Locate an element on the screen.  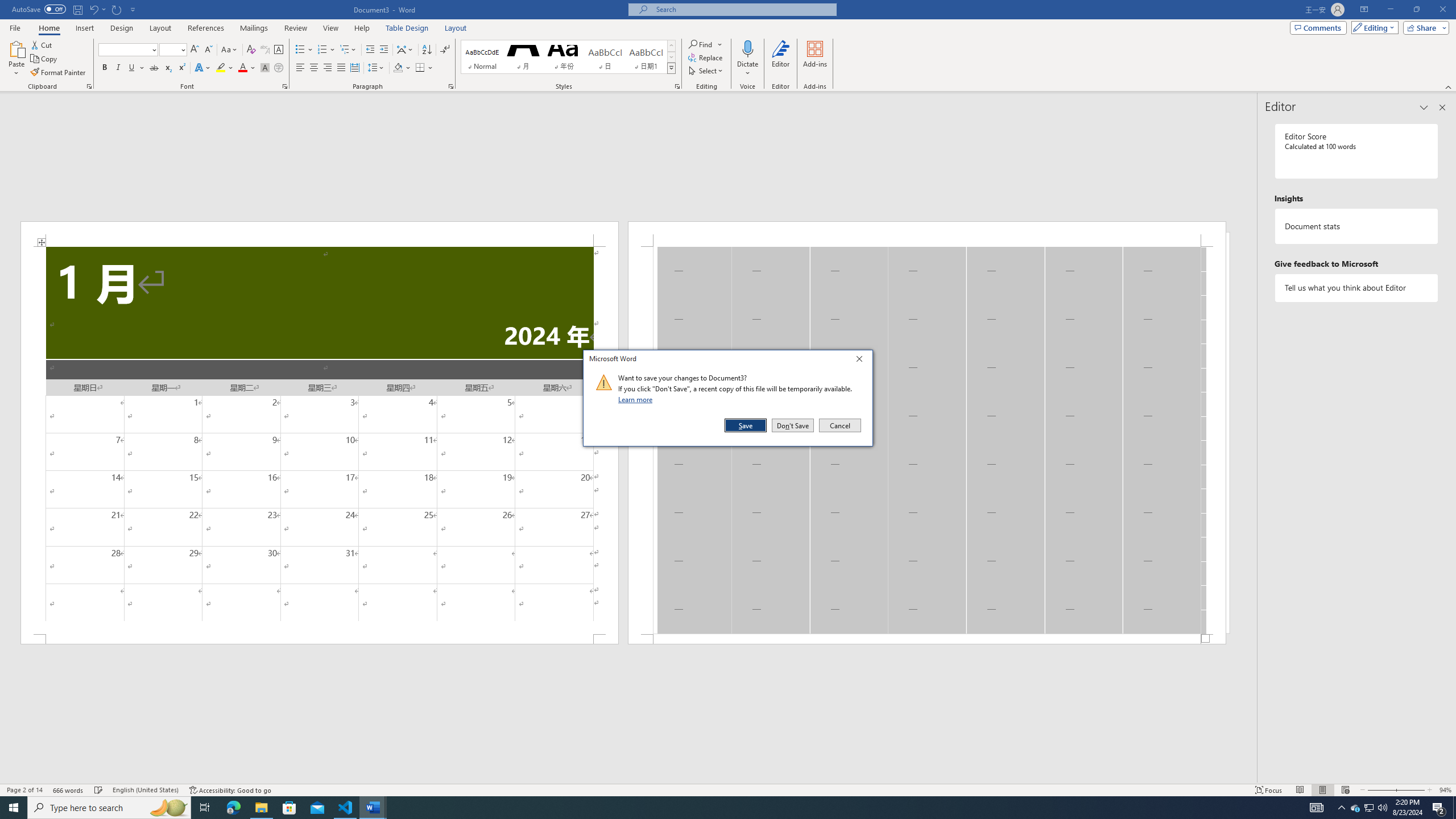
'Phonetic Guide...' is located at coordinates (264, 49).